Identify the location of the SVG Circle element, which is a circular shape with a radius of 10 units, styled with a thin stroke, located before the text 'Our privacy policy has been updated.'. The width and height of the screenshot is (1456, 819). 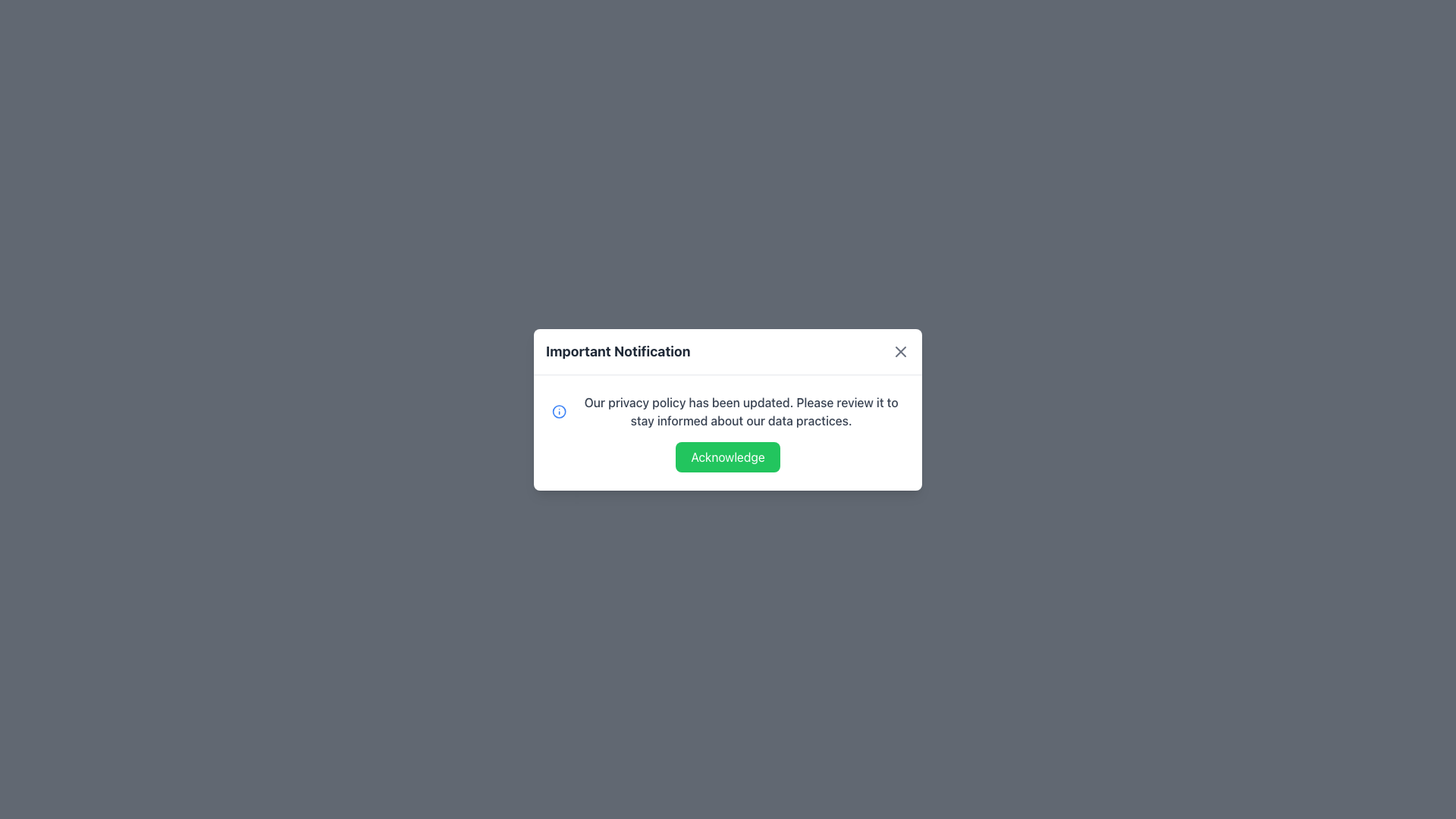
(558, 411).